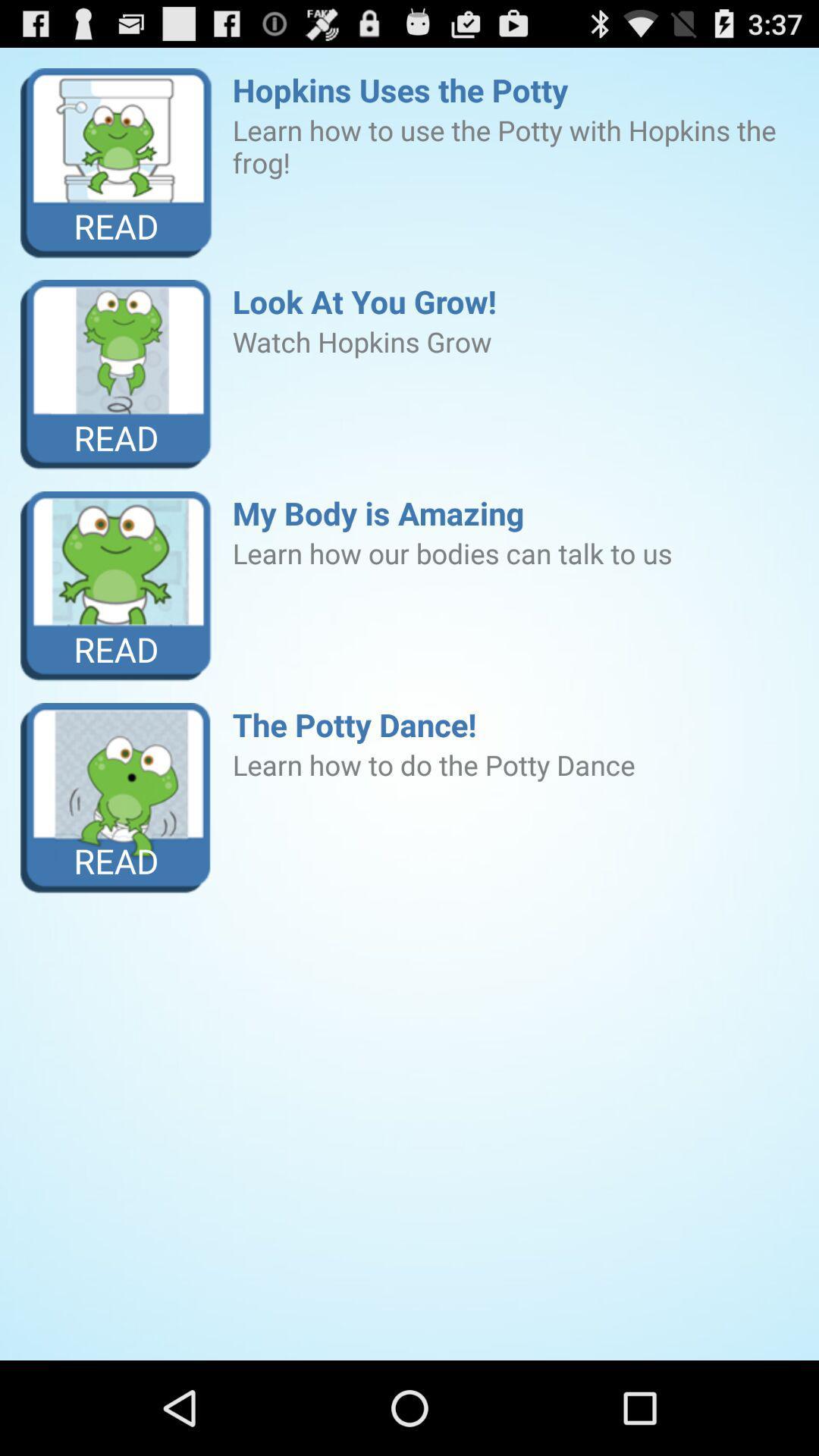 This screenshot has height=1456, width=819. Describe the element at coordinates (115, 164) in the screenshot. I see `the item next to the hopkins uses the icon` at that location.